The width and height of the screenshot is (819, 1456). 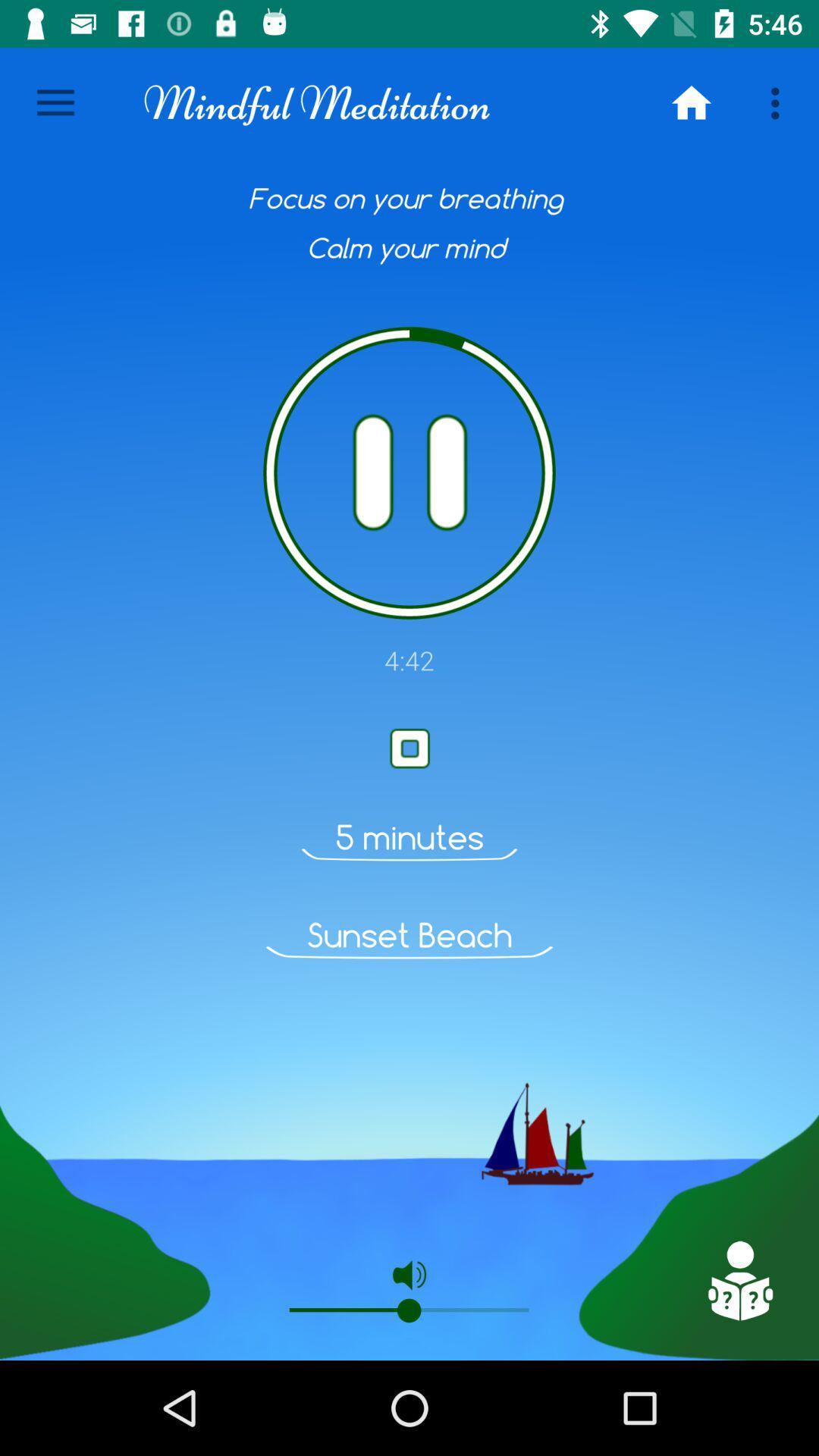 What do you see at coordinates (739, 1280) in the screenshot?
I see `click on the doll` at bounding box center [739, 1280].